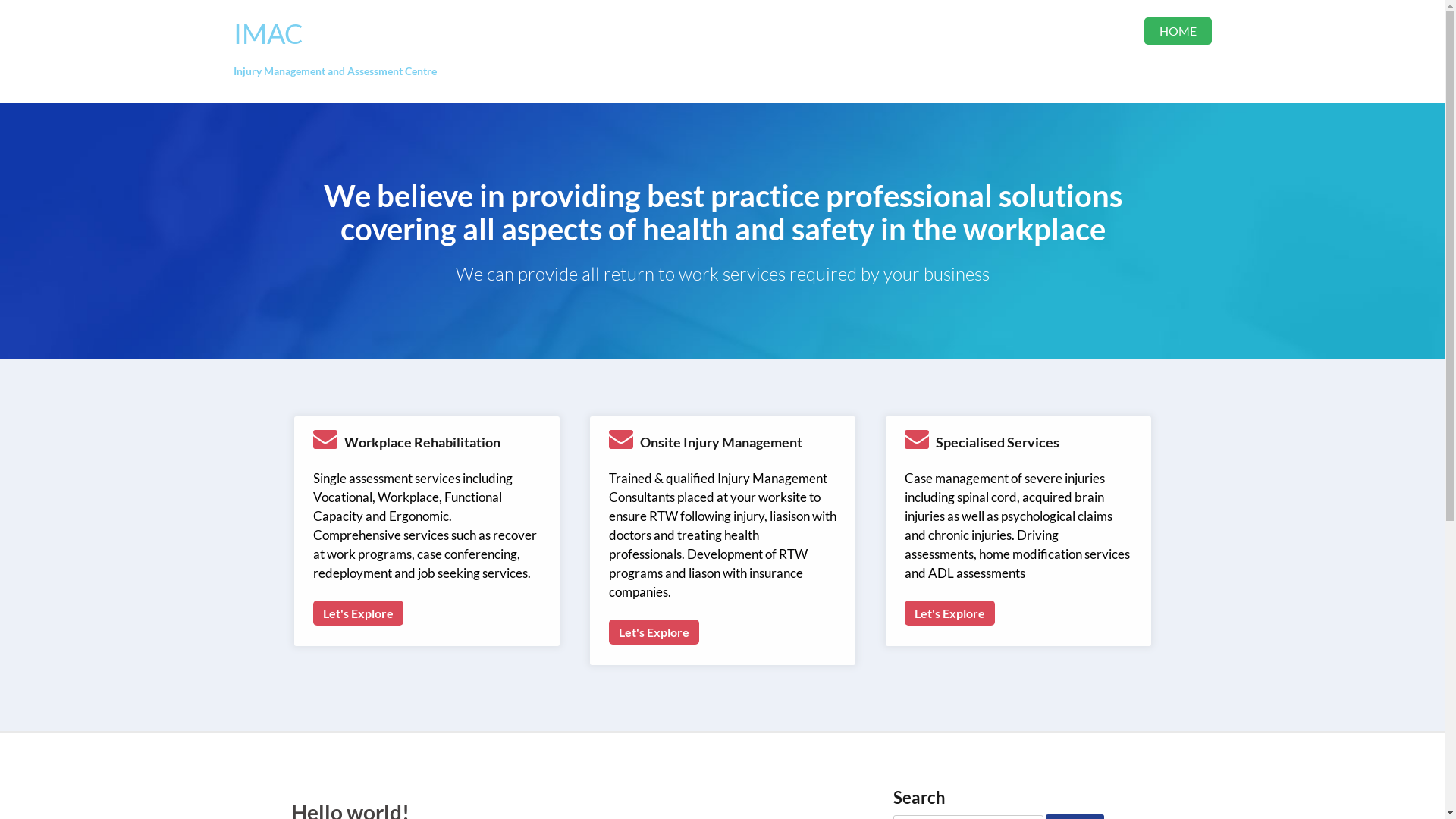 Image resolution: width=1456 pixels, height=819 pixels. What do you see at coordinates (1157, 31) in the screenshot?
I see `'HOME'` at bounding box center [1157, 31].